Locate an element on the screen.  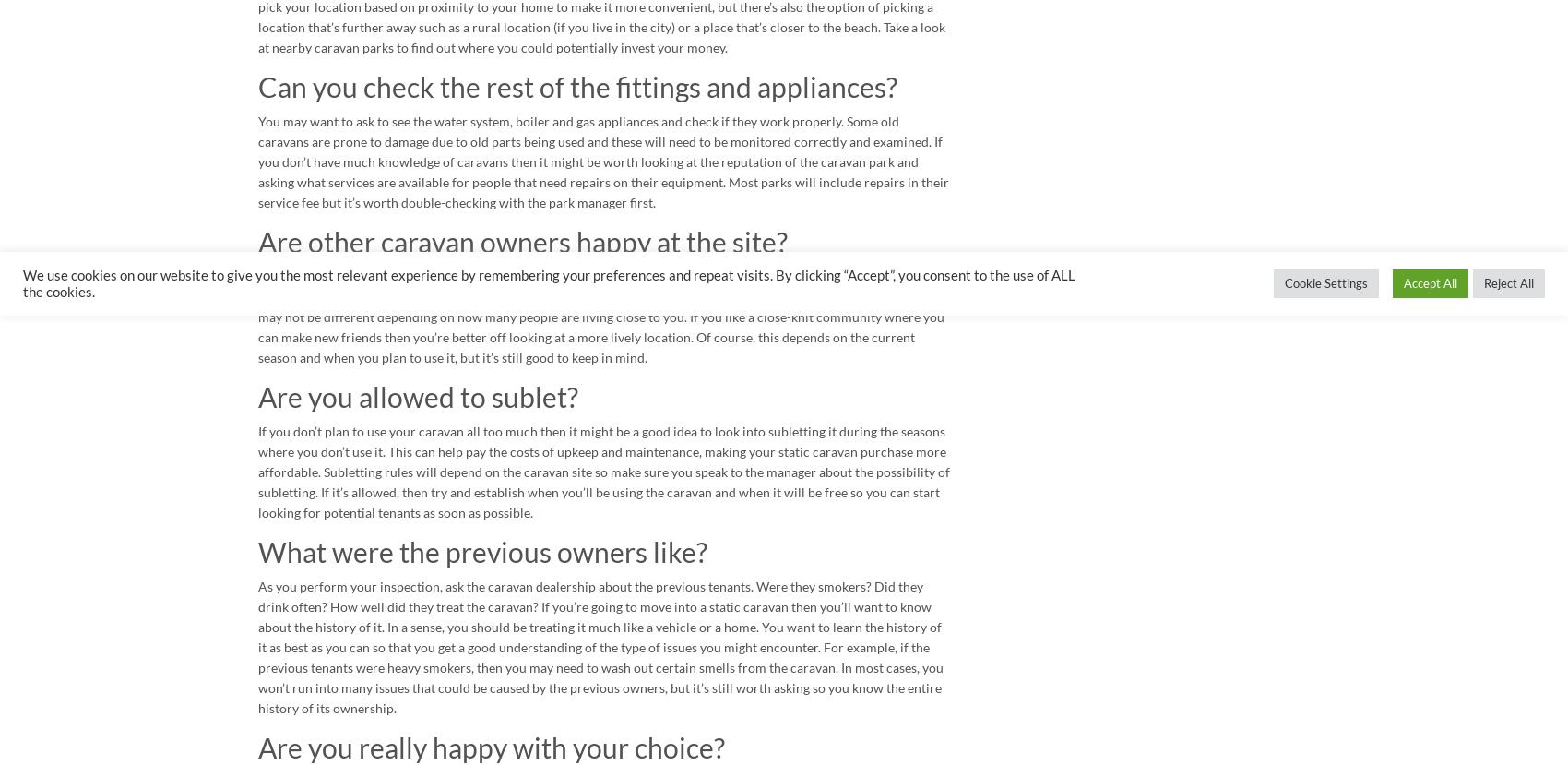
'We use cookies on our website to give you the most relevant experience by remembering your preferences and repeat visits. By clicking “Accept”, you consent to the use of ALL the cookies.' is located at coordinates (548, 282).